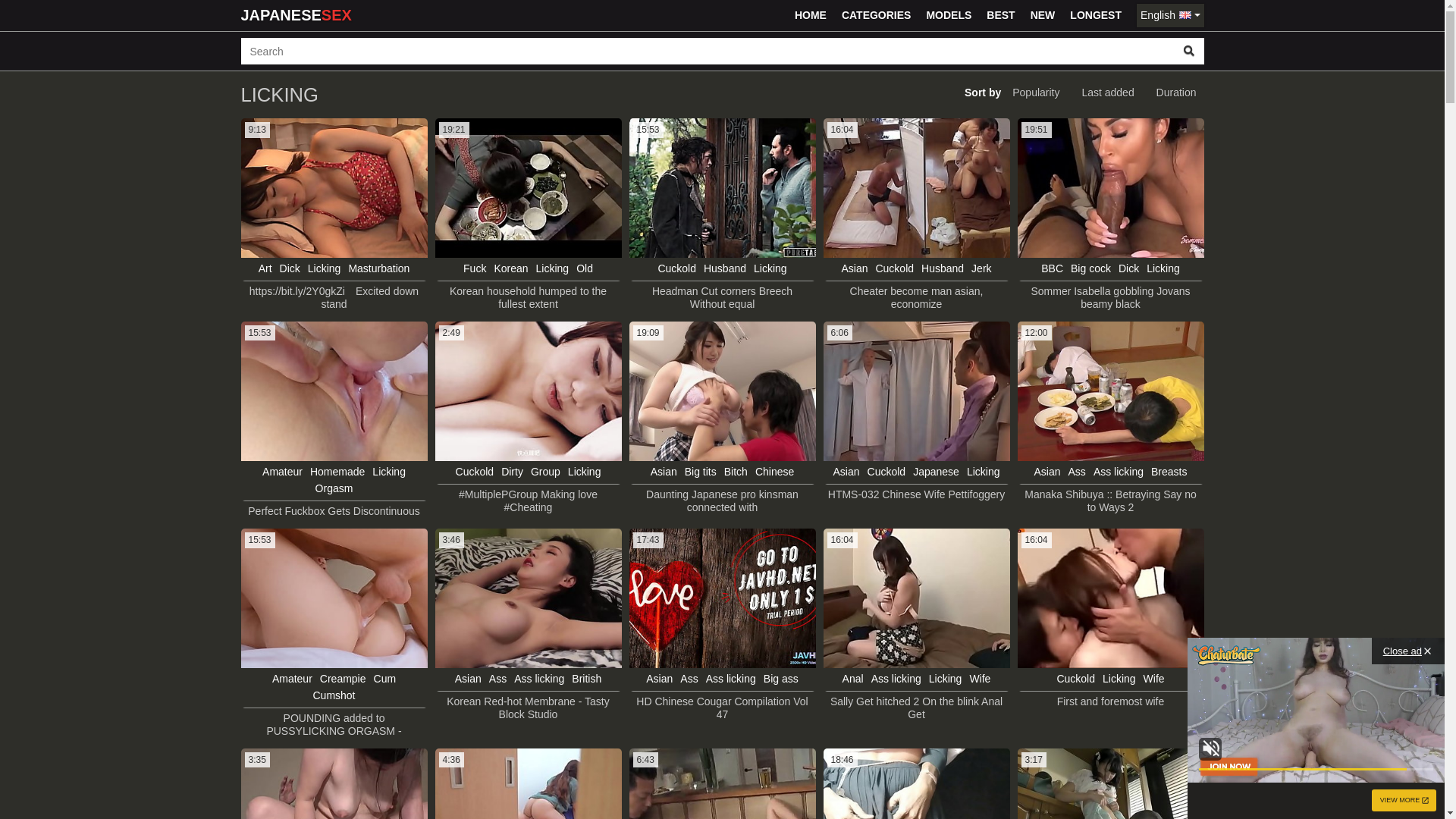  I want to click on 'MODELS', so click(948, 15).